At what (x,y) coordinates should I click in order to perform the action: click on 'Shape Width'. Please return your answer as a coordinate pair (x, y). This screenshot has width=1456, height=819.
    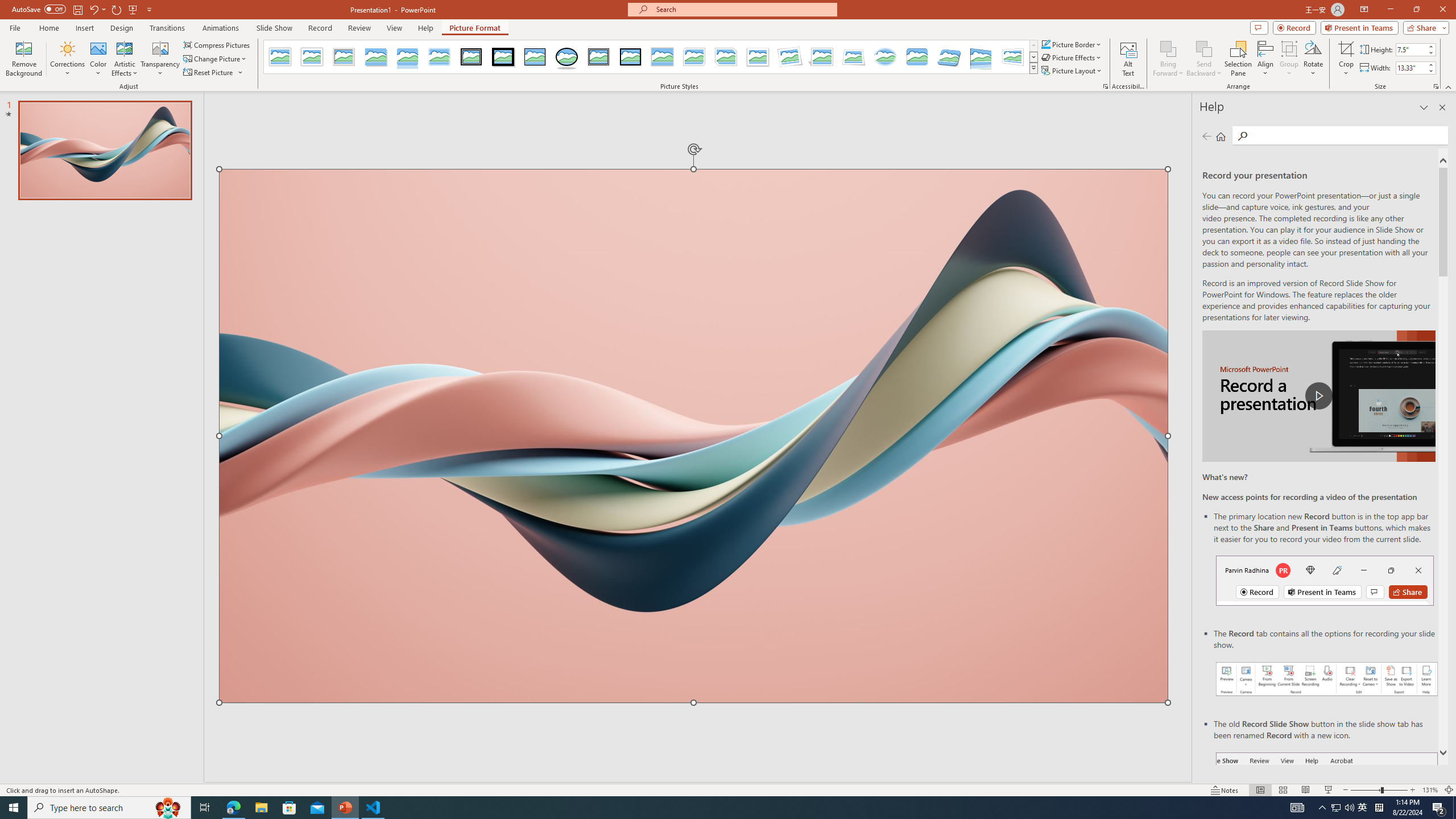
    Looking at the image, I should click on (1410, 67).